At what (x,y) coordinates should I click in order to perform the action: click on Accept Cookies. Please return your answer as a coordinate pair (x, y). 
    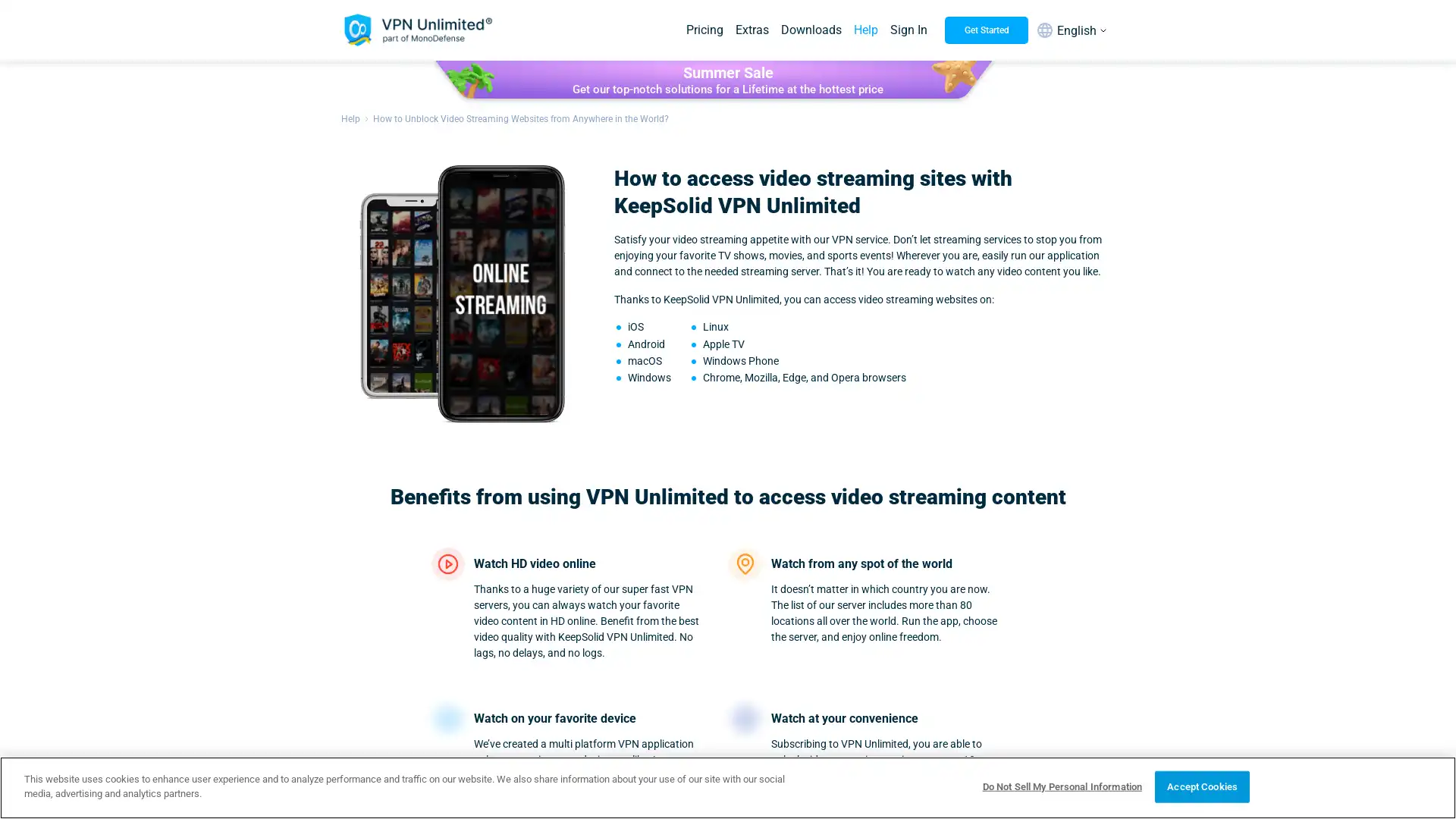
    Looking at the image, I should click on (1201, 786).